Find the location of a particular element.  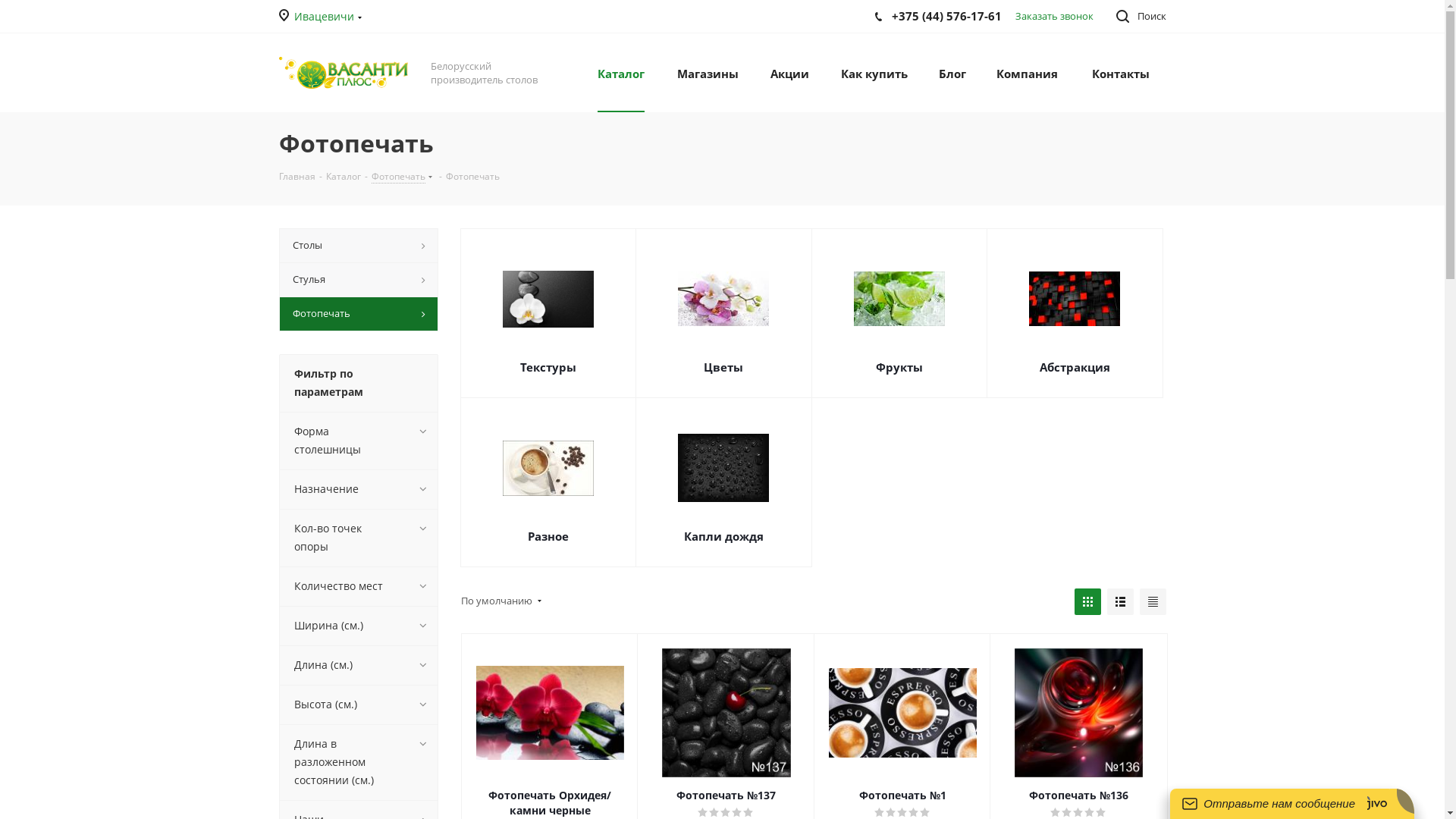

'3' is located at coordinates (902, 812).